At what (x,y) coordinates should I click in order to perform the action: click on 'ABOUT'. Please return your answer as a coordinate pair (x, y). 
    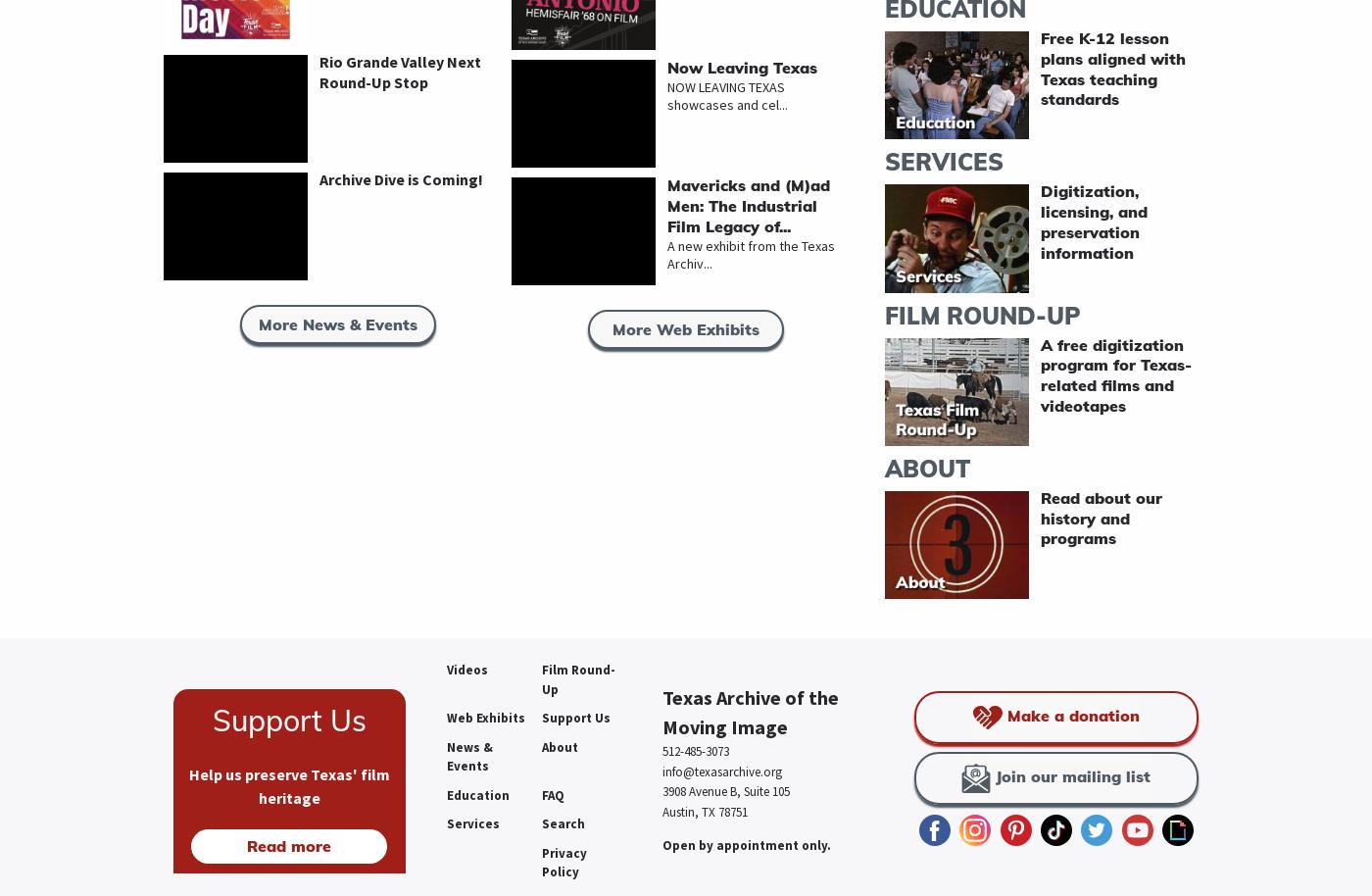
    Looking at the image, I should click on (926, 468).